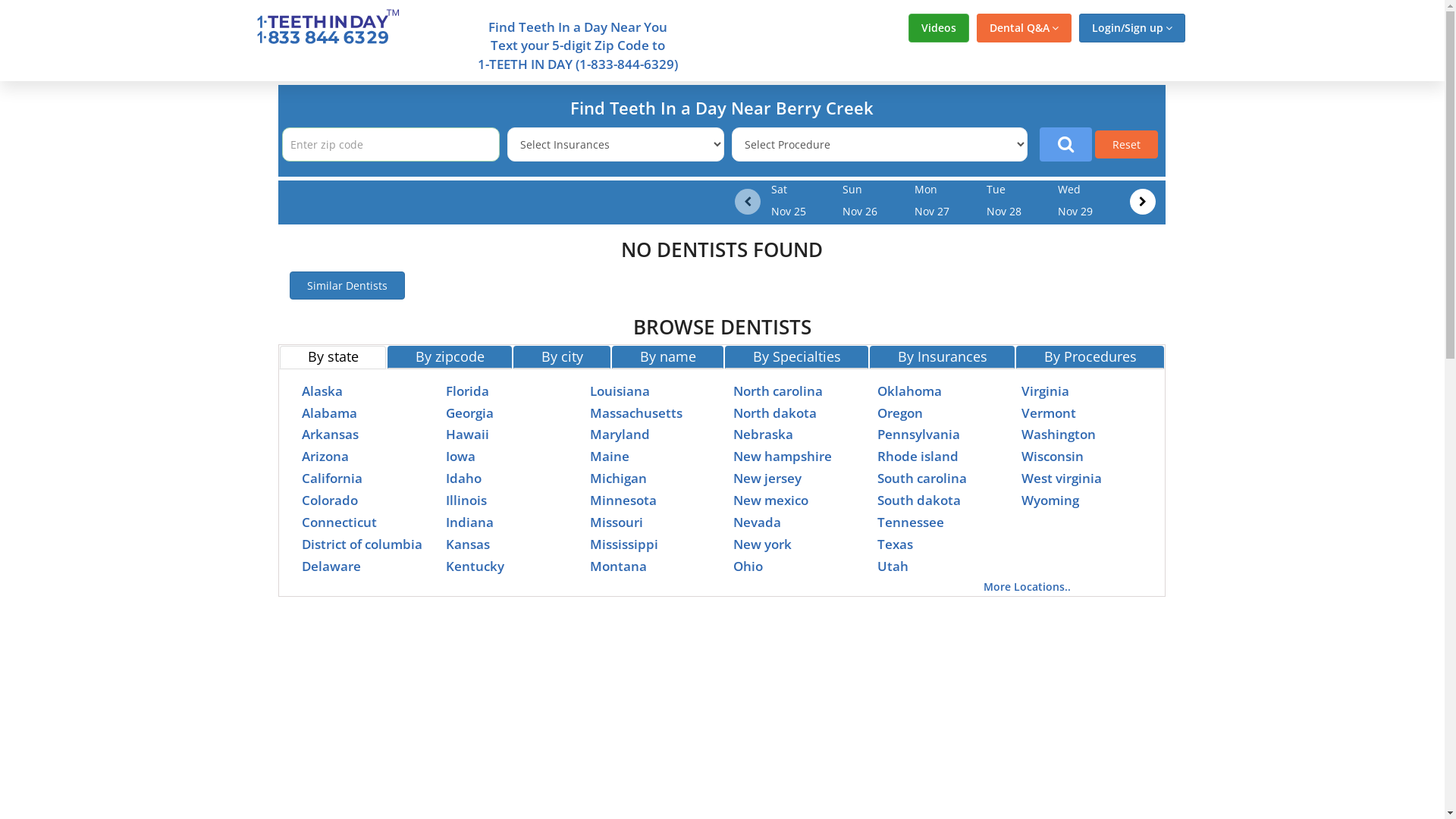  Describe the element at coordinates (733, 390) in the screenshot. I see `'North carolina'` at that location.